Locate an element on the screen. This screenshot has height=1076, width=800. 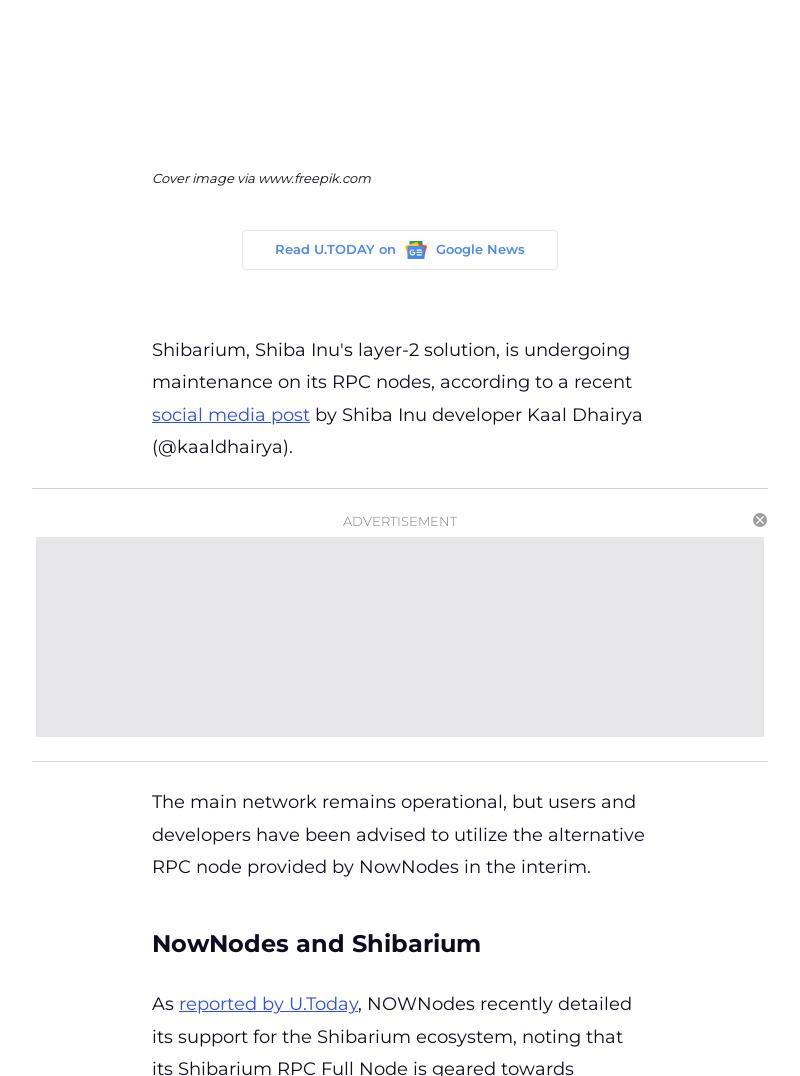
'reported by U.Today' is located at coordinates (268, 1003).